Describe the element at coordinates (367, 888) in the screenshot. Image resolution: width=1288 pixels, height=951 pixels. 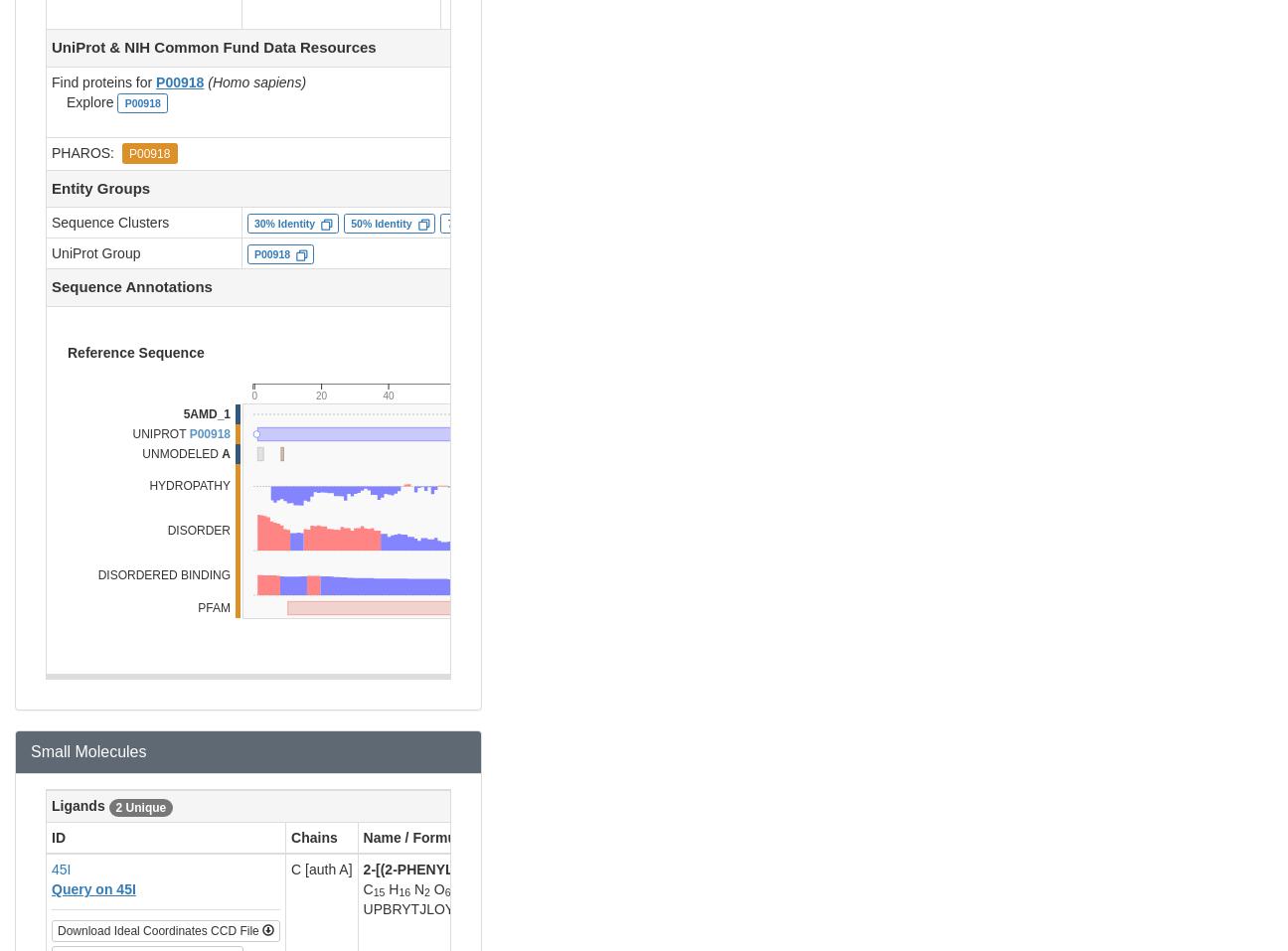
I see `'C'` at that location.